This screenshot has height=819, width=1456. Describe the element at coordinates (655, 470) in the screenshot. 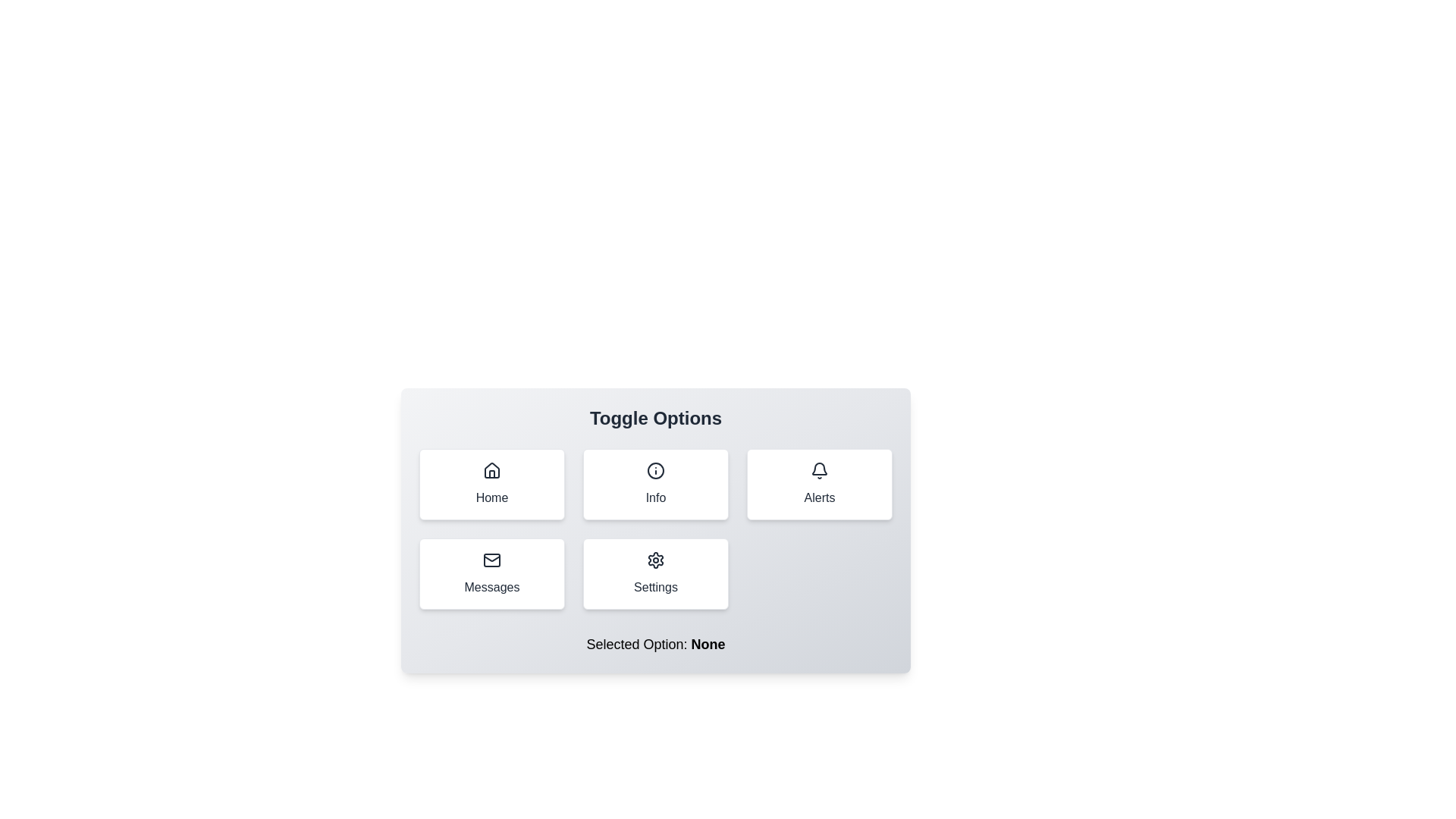

I see `the circular graphical icon component with a thin black outline and filled with white, located in the second column of the first row in the grid layout` at that location.